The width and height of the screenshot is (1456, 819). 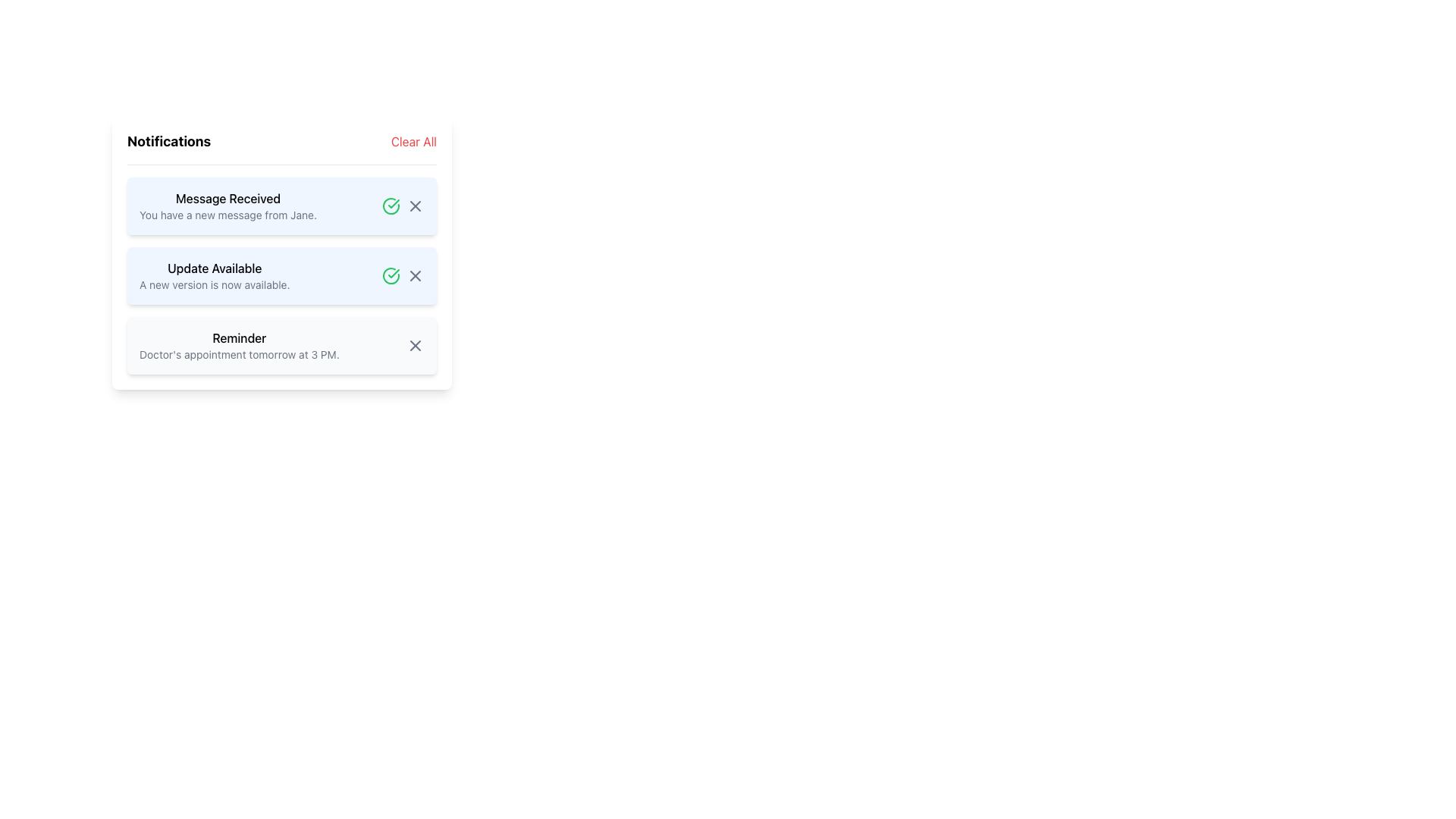 What do you see at coordinates (214, 268) in the screenshot?
I see `the static text label that reads 'Update Available', which is located at the top of the second notification card in a vertical list of notifications` at bounding box center [214, 268].